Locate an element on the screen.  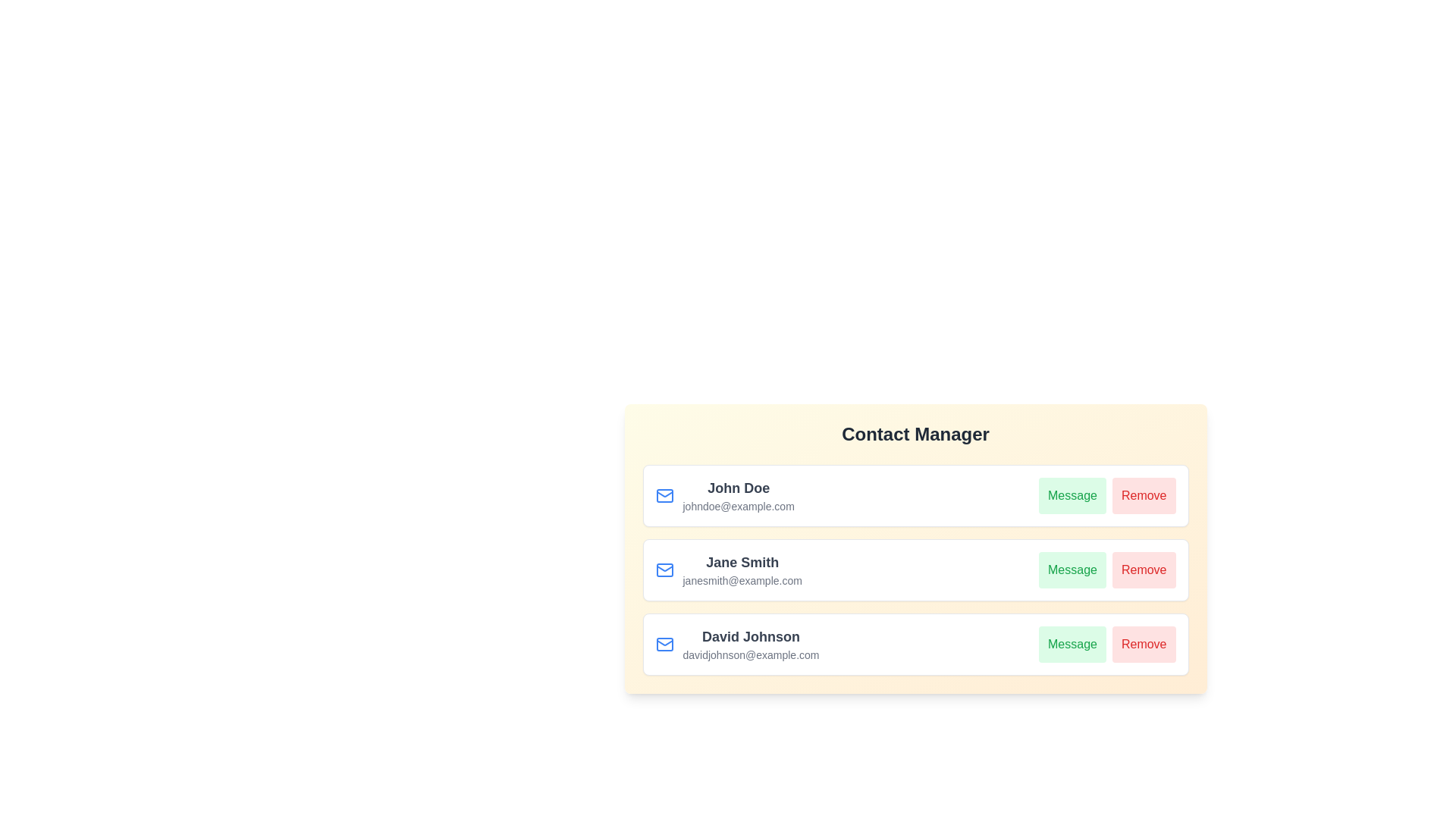
Remove button for the contact David Johnson is located at coordinates (1144, 644).